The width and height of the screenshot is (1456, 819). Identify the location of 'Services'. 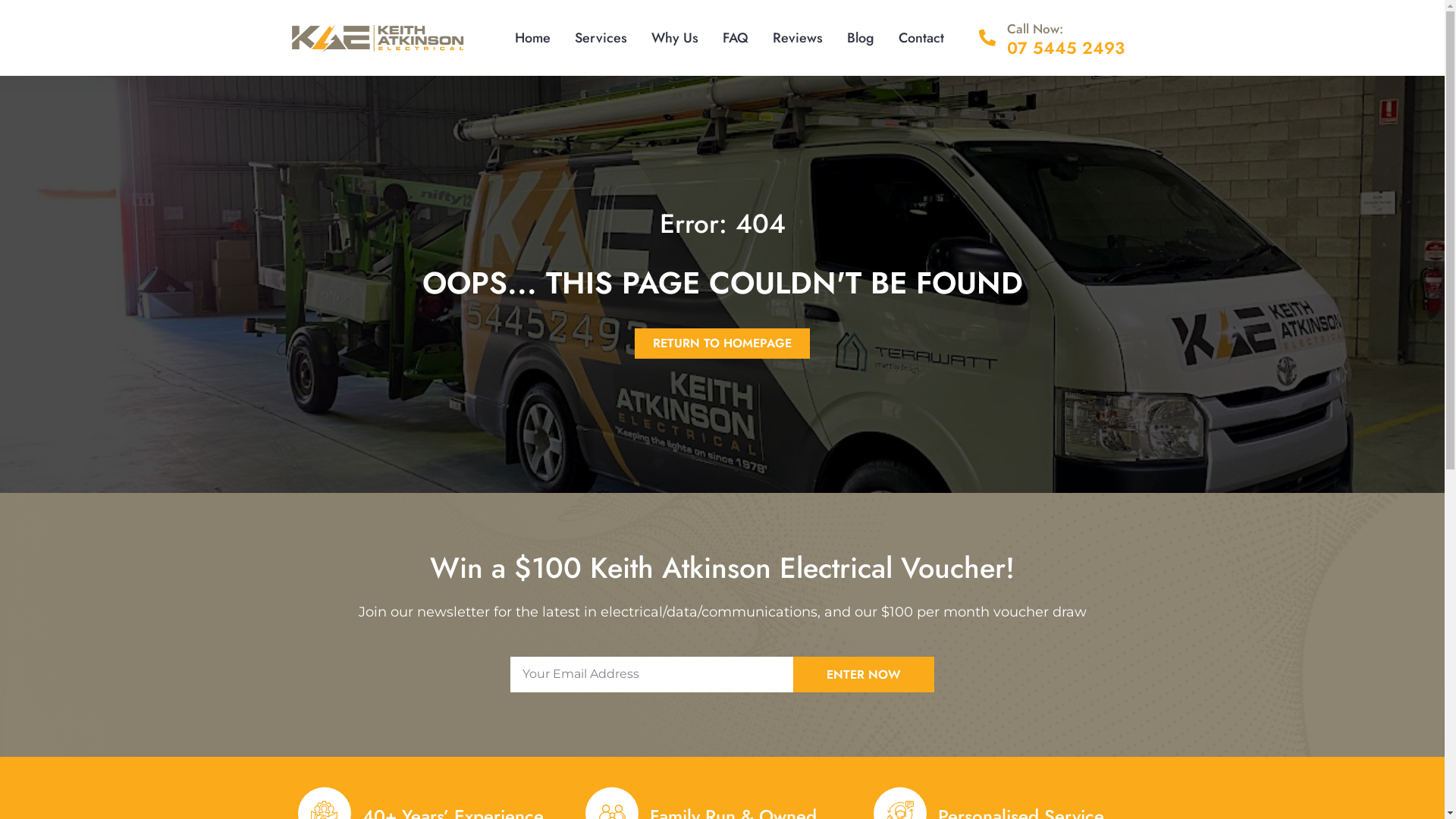
(562, 37).